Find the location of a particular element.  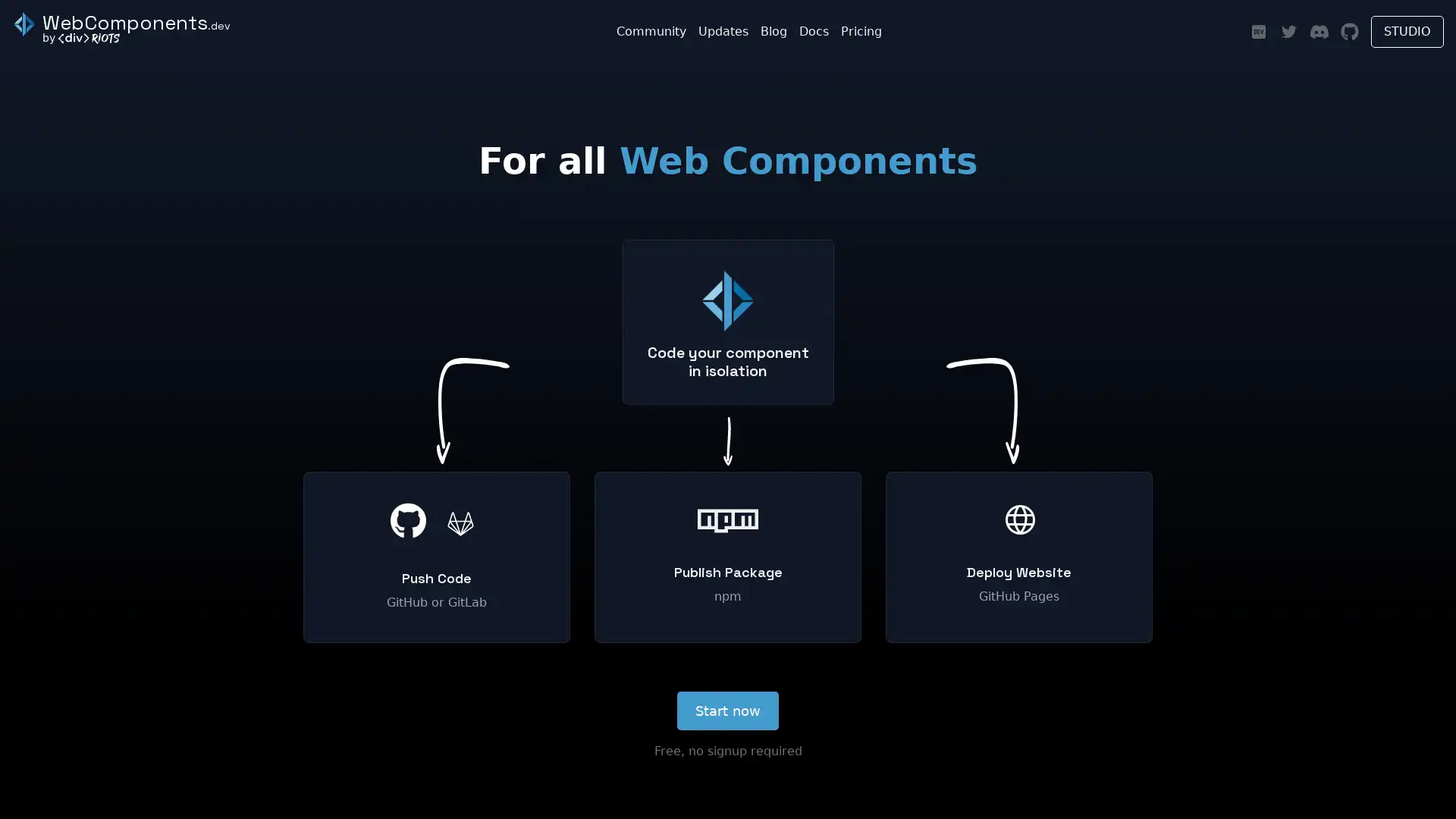

Start now is located at coordinates (728, 711).